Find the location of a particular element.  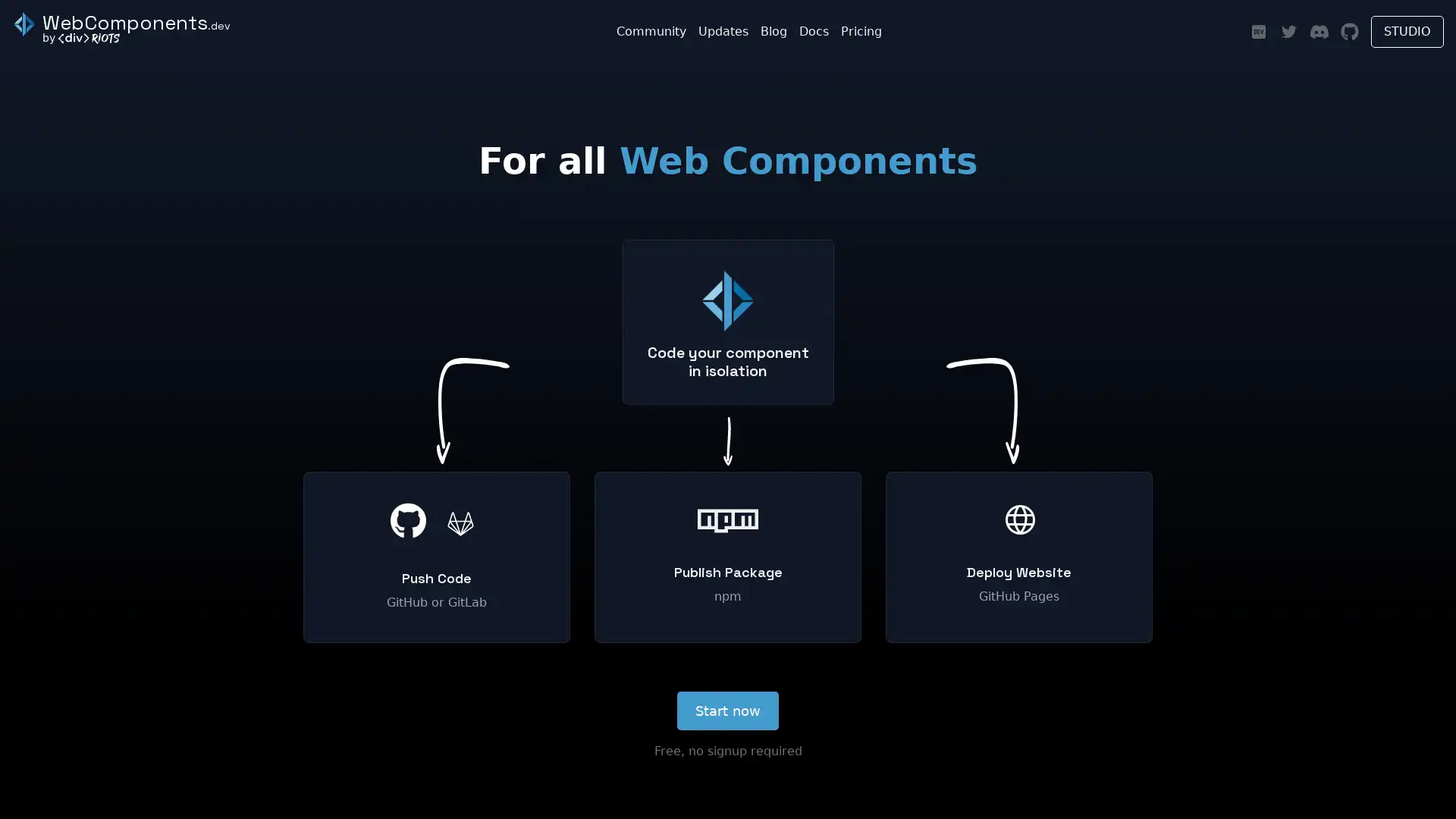

Start now is located at coordinates (728, 711).